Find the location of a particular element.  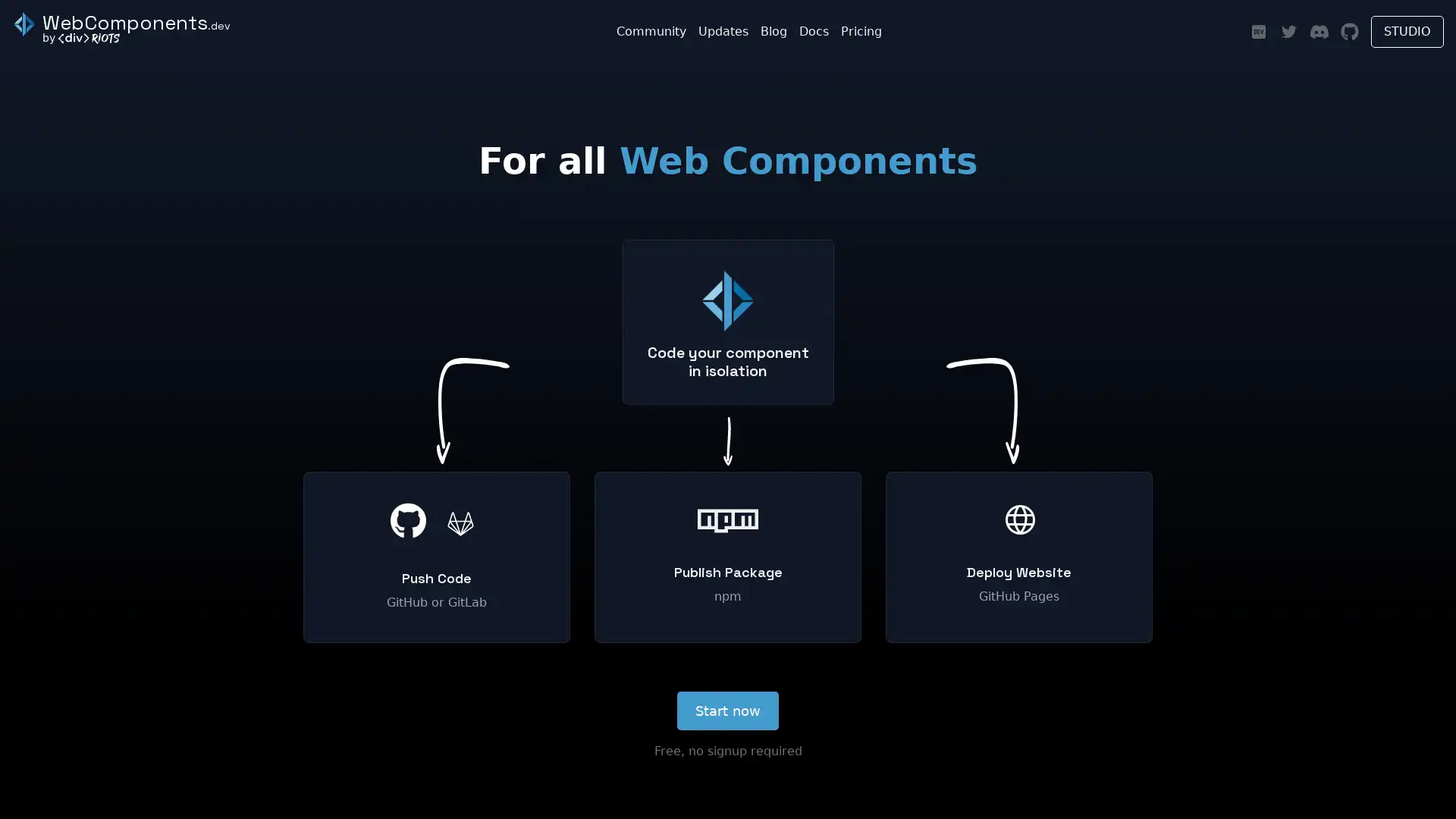

Start now is located at coordinates (728, 711).